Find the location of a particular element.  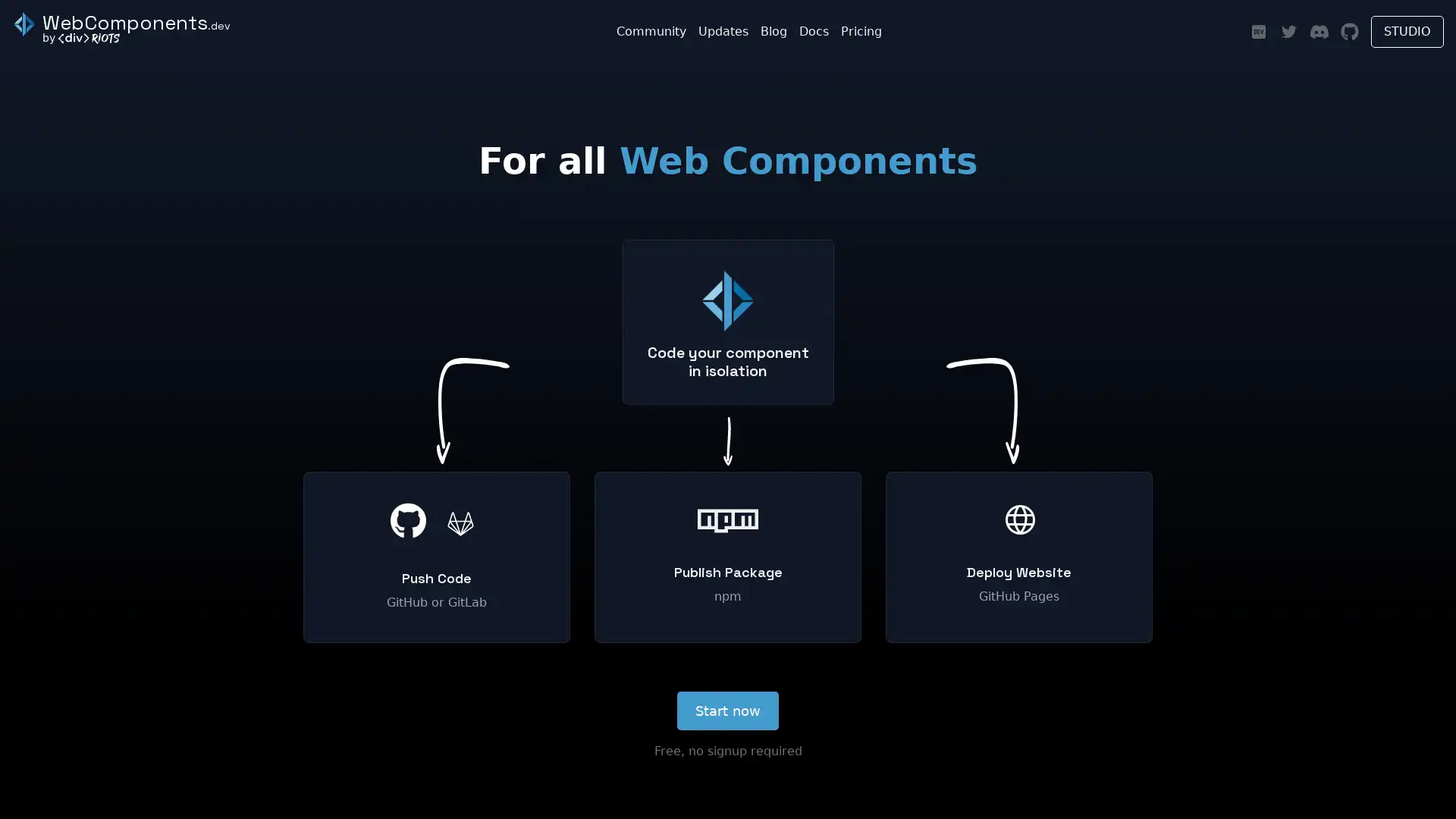

Start now is located at coordinates (728, 711).